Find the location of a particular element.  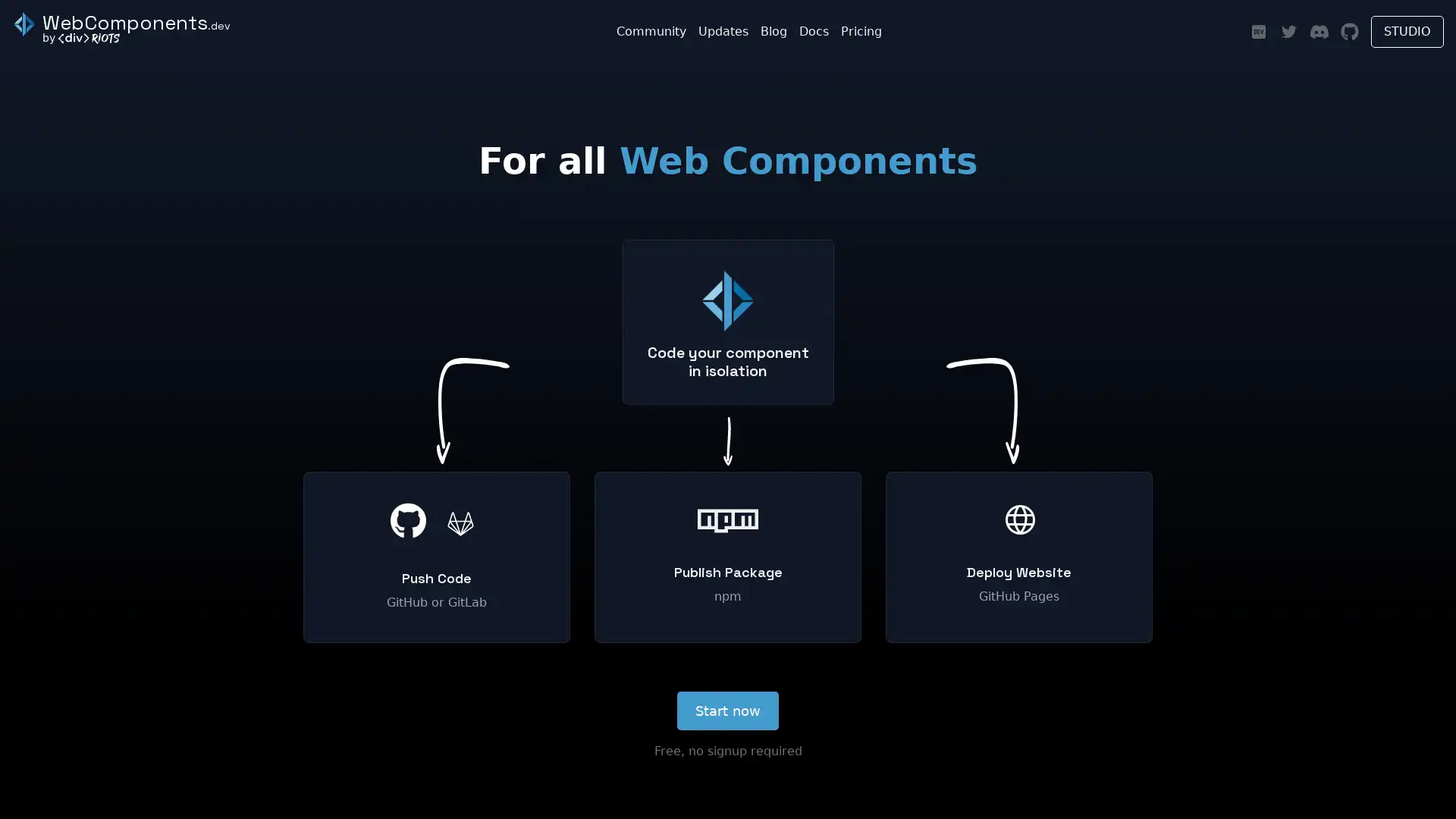

Start now is located at coordinates (728, 711).